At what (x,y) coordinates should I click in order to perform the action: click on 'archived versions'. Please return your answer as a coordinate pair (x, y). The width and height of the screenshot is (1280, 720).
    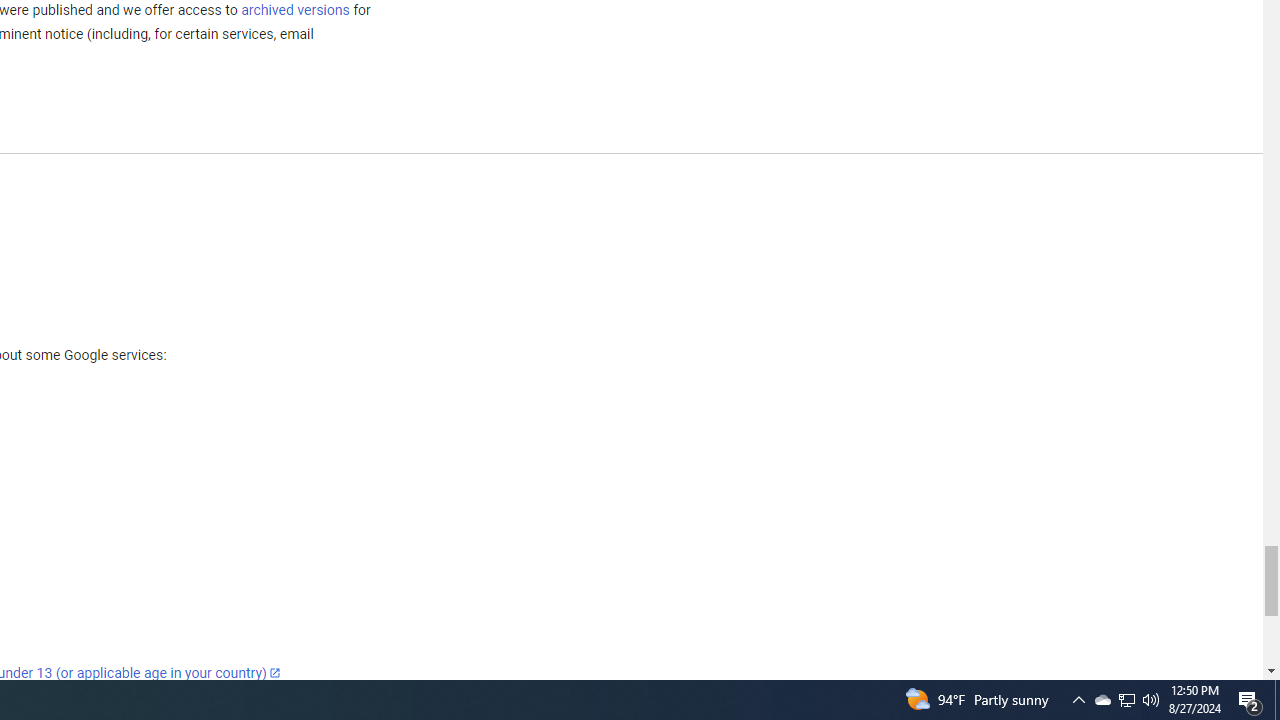
    Looking at the image, I should click on (294, 9).